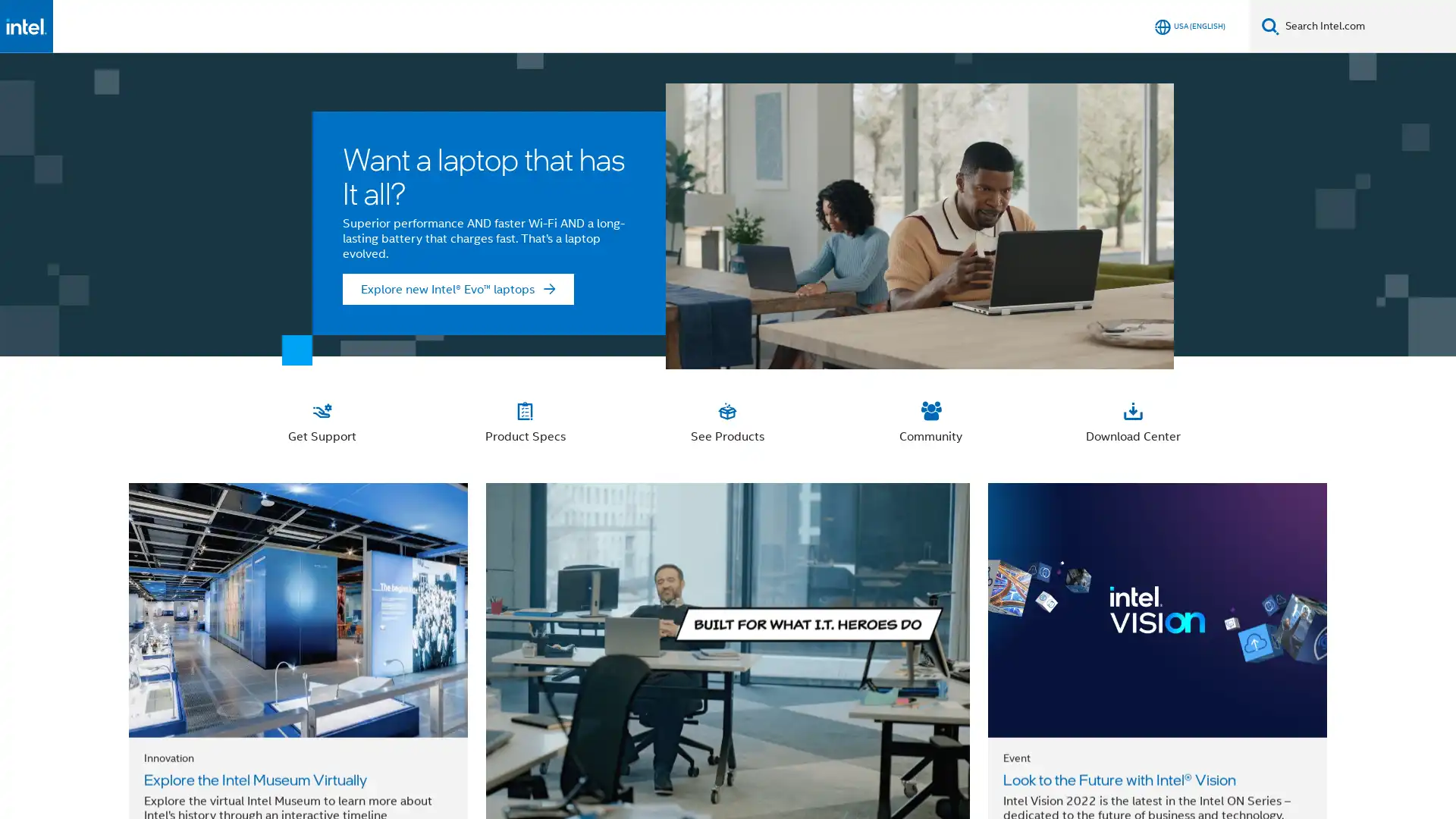 Image resolution: width=1456 pixels, height=819 pixels. I want to click on Sign In, so click(1128, 26).